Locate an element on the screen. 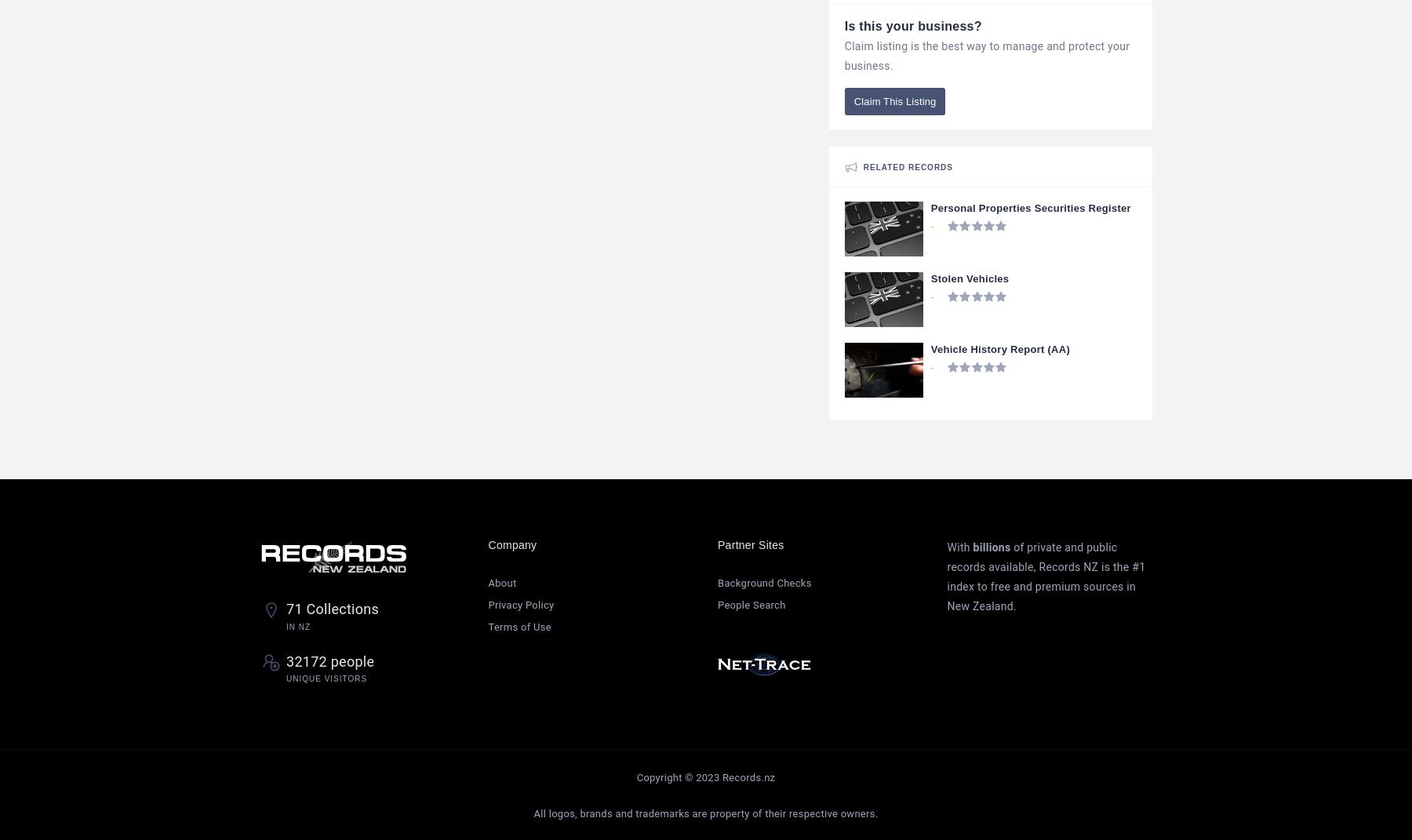  'in NZ' is located at coordinates (298, 625).